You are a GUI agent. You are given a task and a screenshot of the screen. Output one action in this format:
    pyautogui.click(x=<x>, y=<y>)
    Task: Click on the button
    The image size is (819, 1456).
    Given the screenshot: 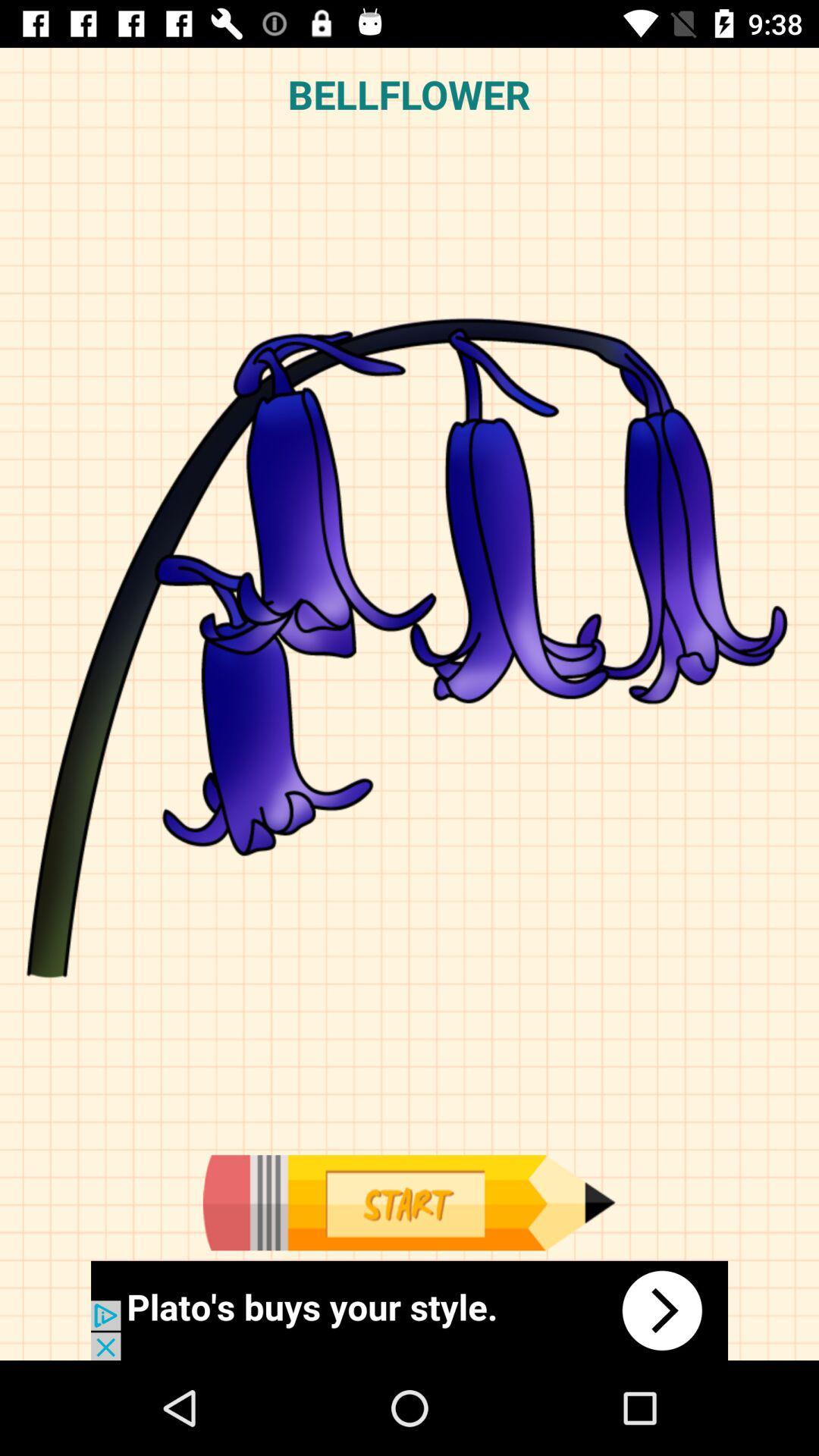 What is the action you would take?
    pyautogui.click(x=408, y=1202)
    